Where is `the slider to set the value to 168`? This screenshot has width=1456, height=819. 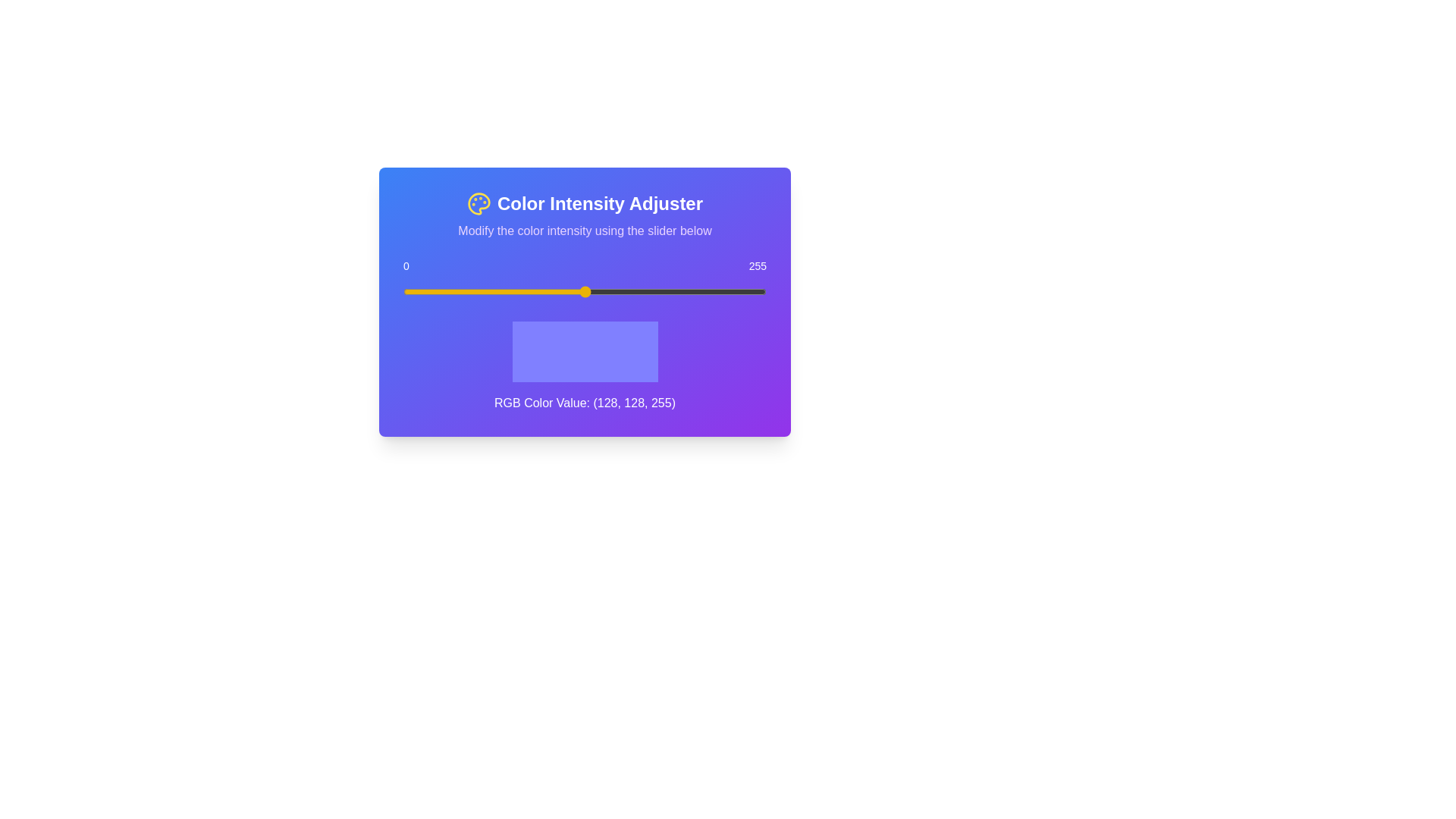
the slider to set the value to 168 is located at coordinates (642, 292).